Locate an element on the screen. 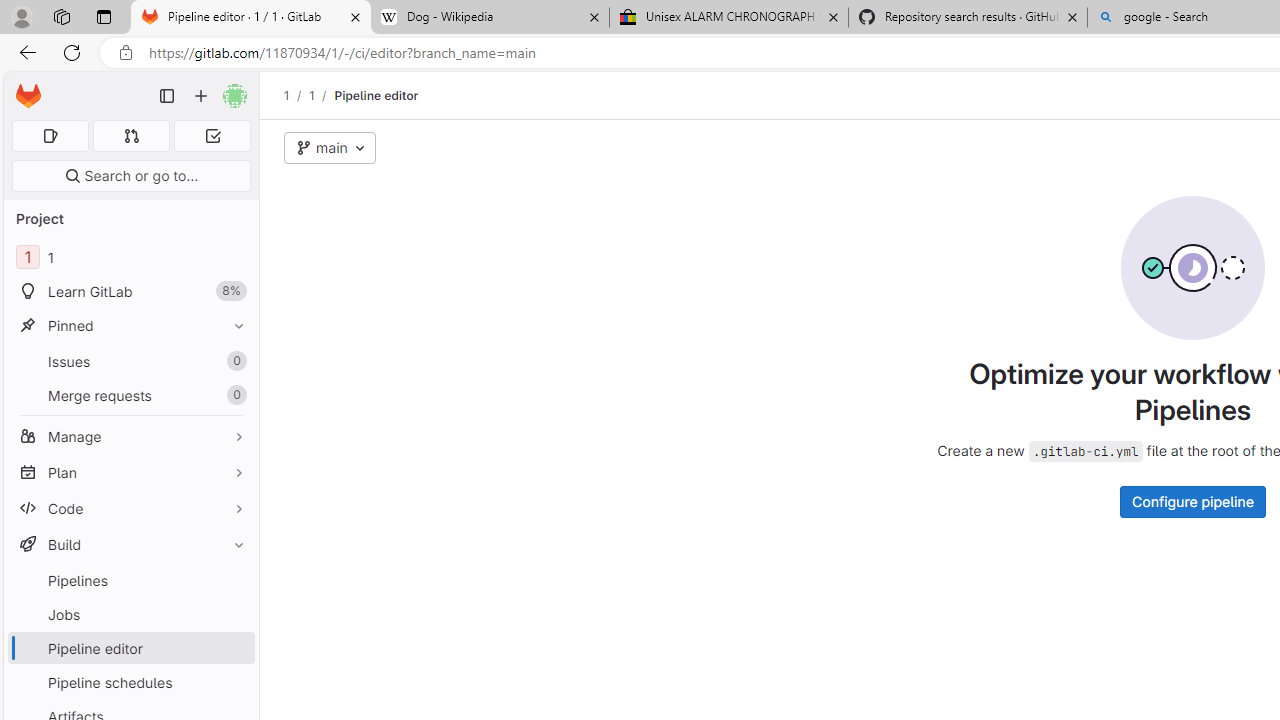 This screenshot has width=1280, height=720. 'Pipelines' is located at coordinates (130, 580).